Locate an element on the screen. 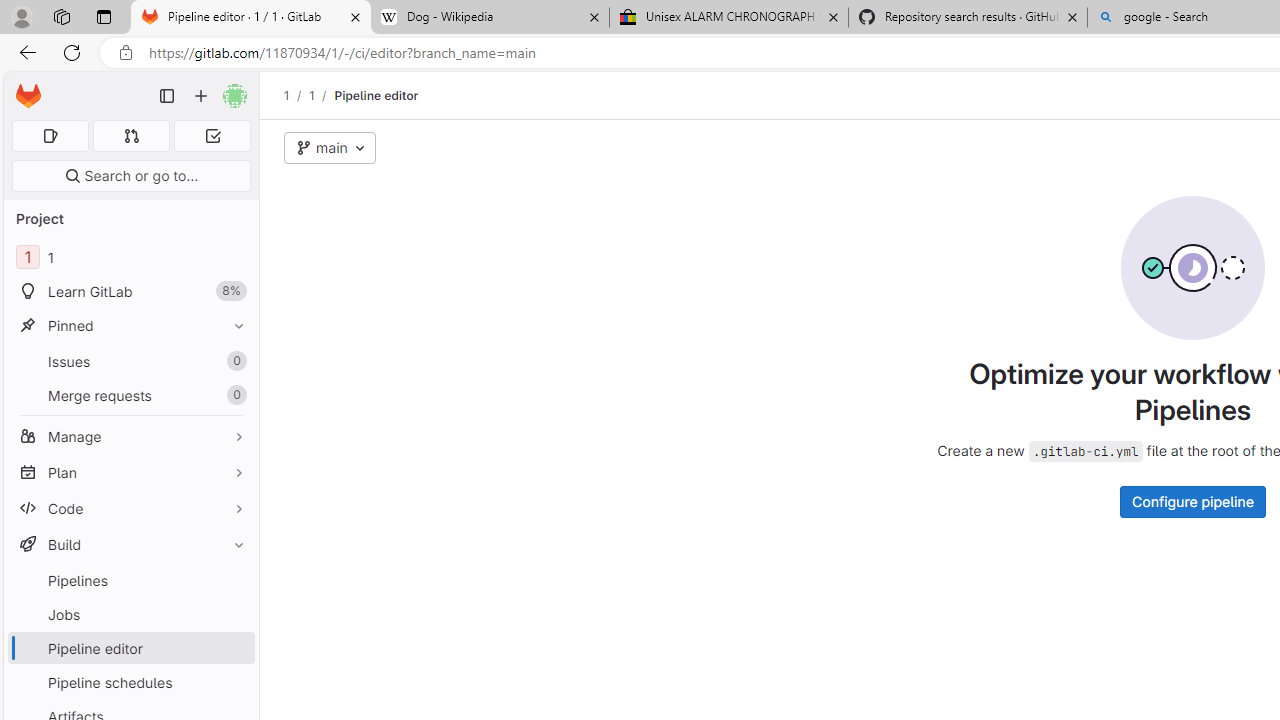 This screenshot has width=1280, height=720. 'Pipelines' is located at coordinates (130, 580).